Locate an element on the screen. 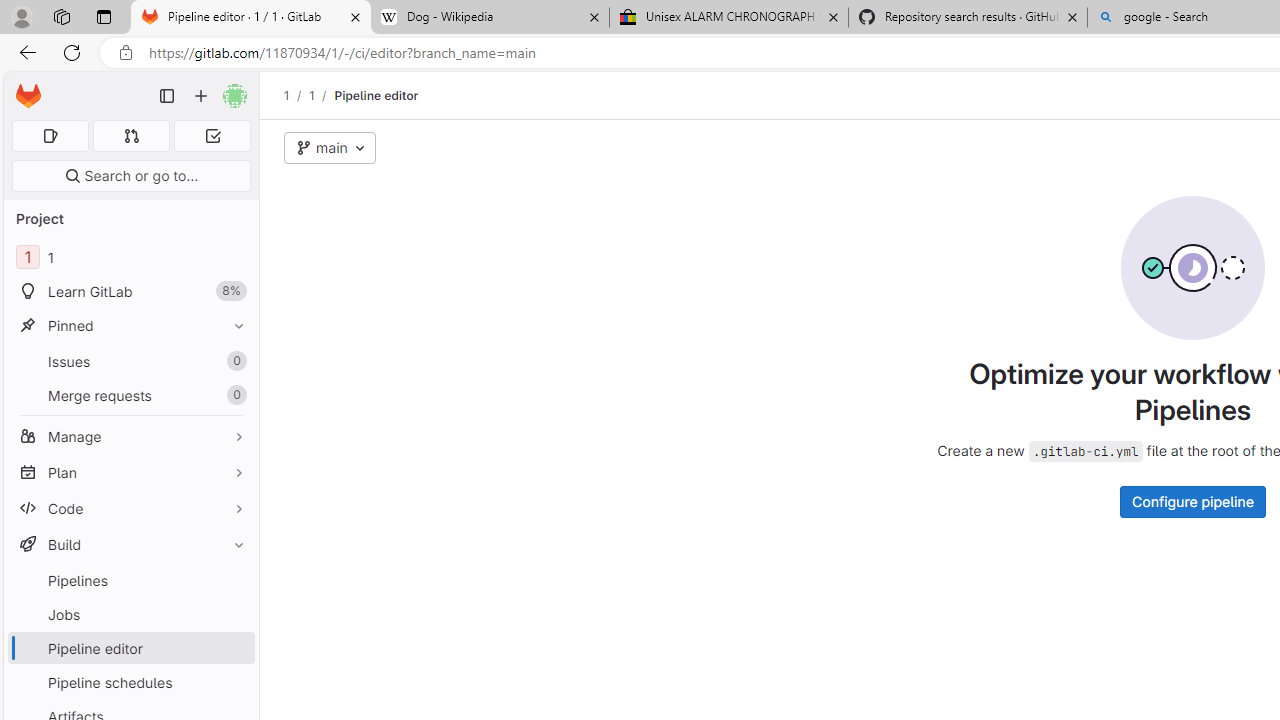 This screenshot has width=1280, height=720. 'Pipelines' is located at coordinates (130, 580).